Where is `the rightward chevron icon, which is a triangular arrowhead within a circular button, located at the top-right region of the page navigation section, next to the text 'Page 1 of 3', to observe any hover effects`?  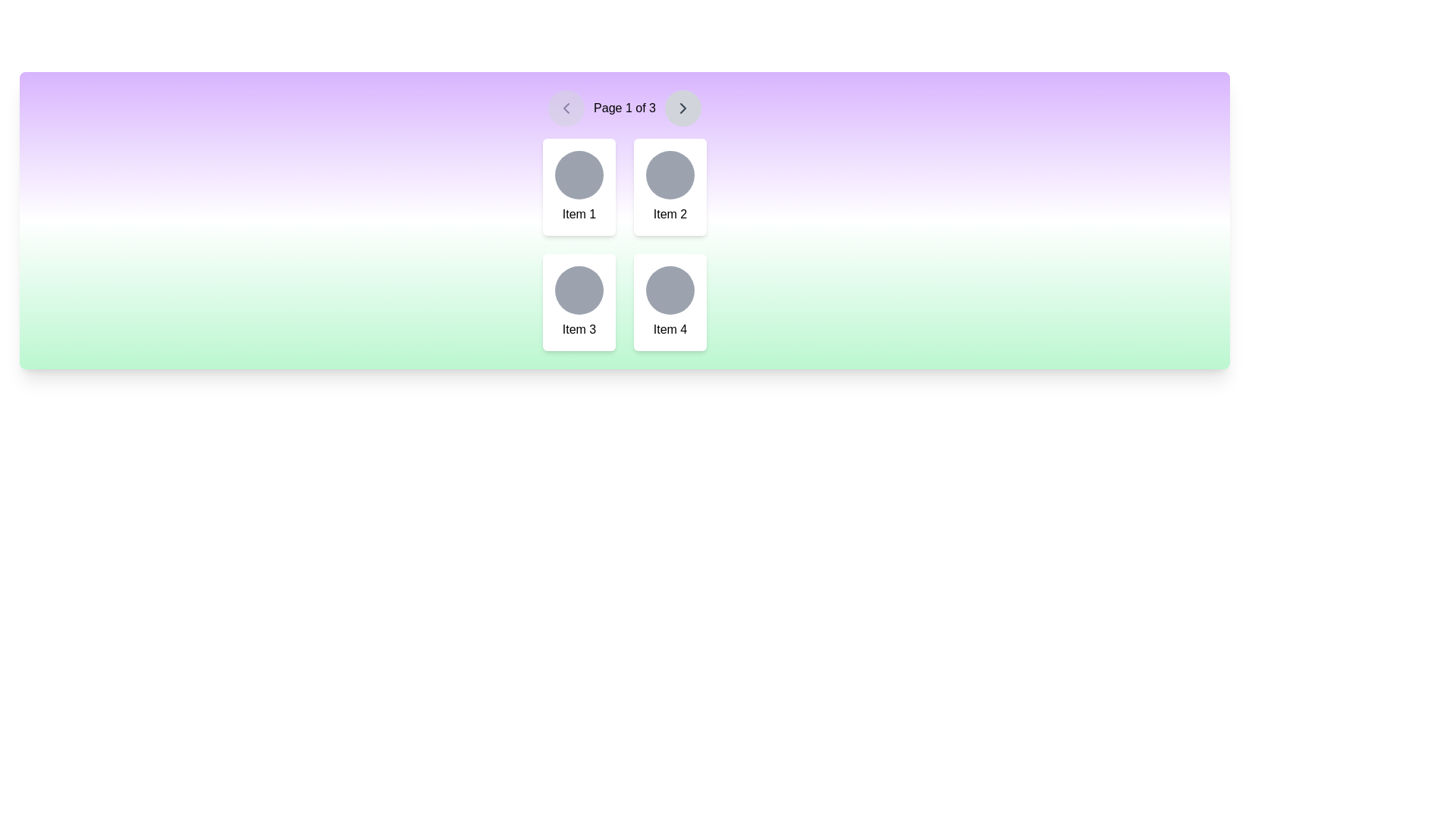
the rightward chevron icon, which is a triangular arrowhead within a circular button, located at the top-right region of the page navigation section, next to the text 'Page 1 of 3', to observe any hover effects is located at coordinates (682, 107).